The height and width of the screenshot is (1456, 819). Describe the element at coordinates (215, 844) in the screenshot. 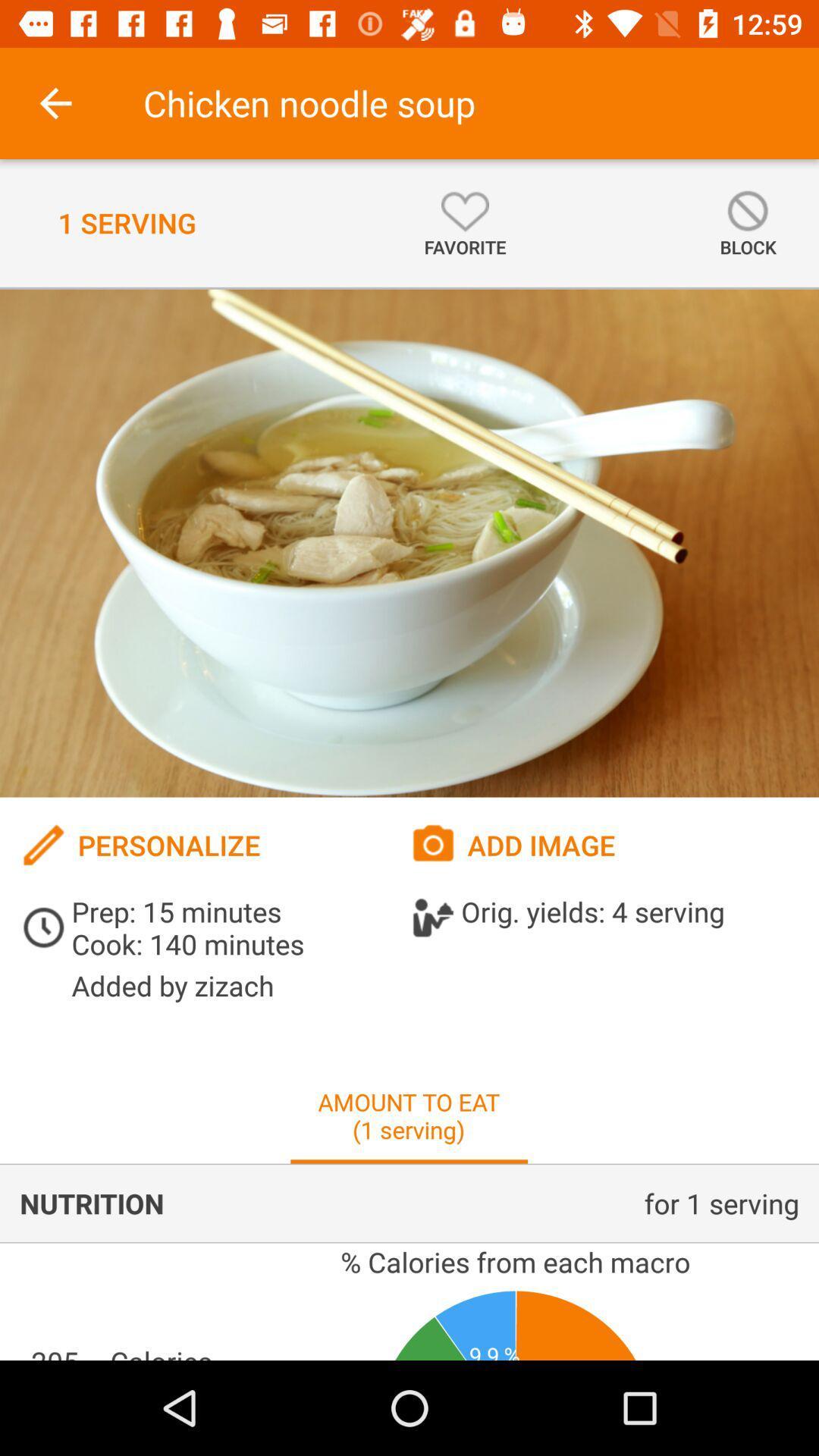

I see `the item above prep 15 minutes item` at that location.